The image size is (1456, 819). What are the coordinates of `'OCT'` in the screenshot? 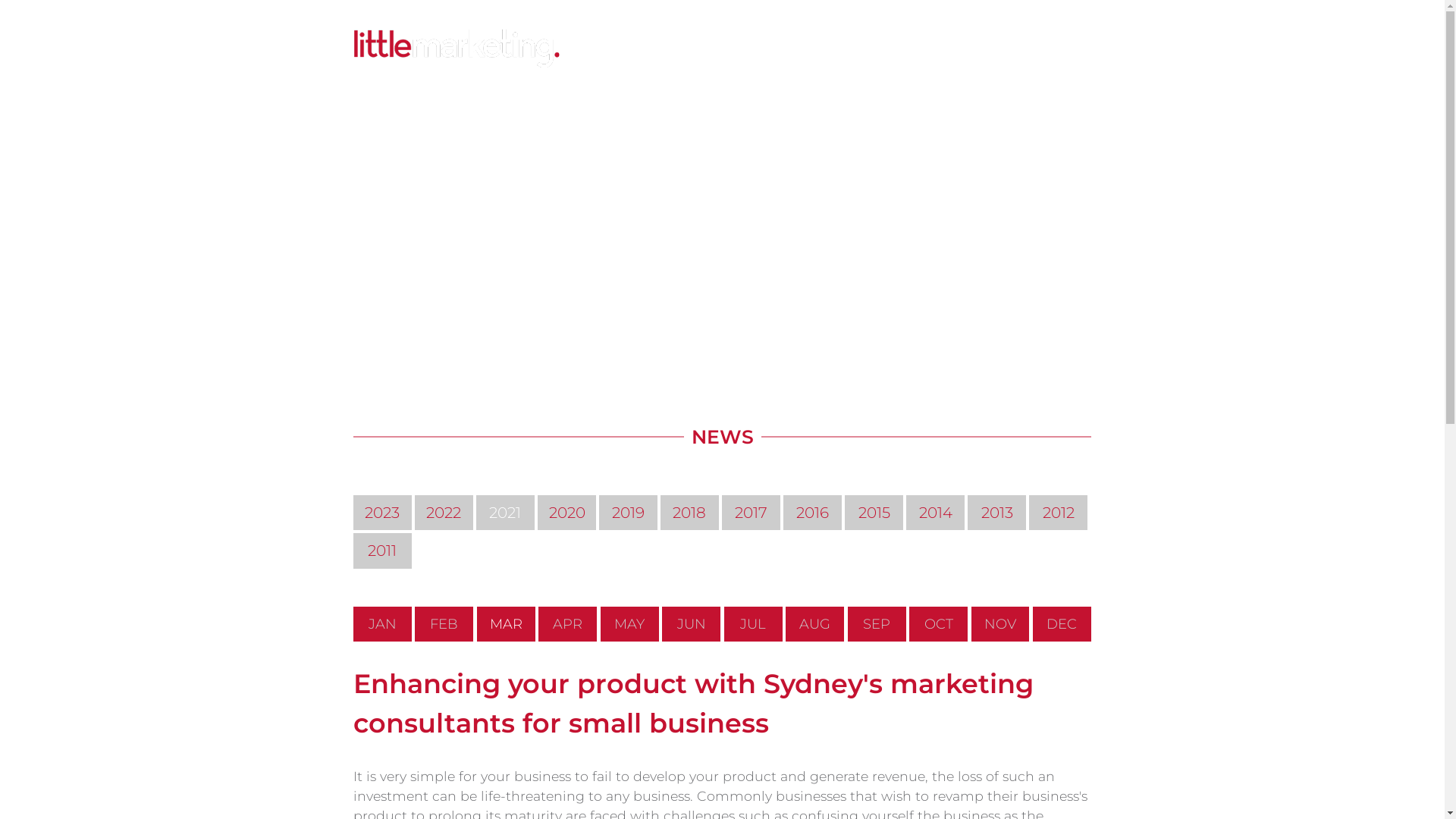 It's located at (909, 623).